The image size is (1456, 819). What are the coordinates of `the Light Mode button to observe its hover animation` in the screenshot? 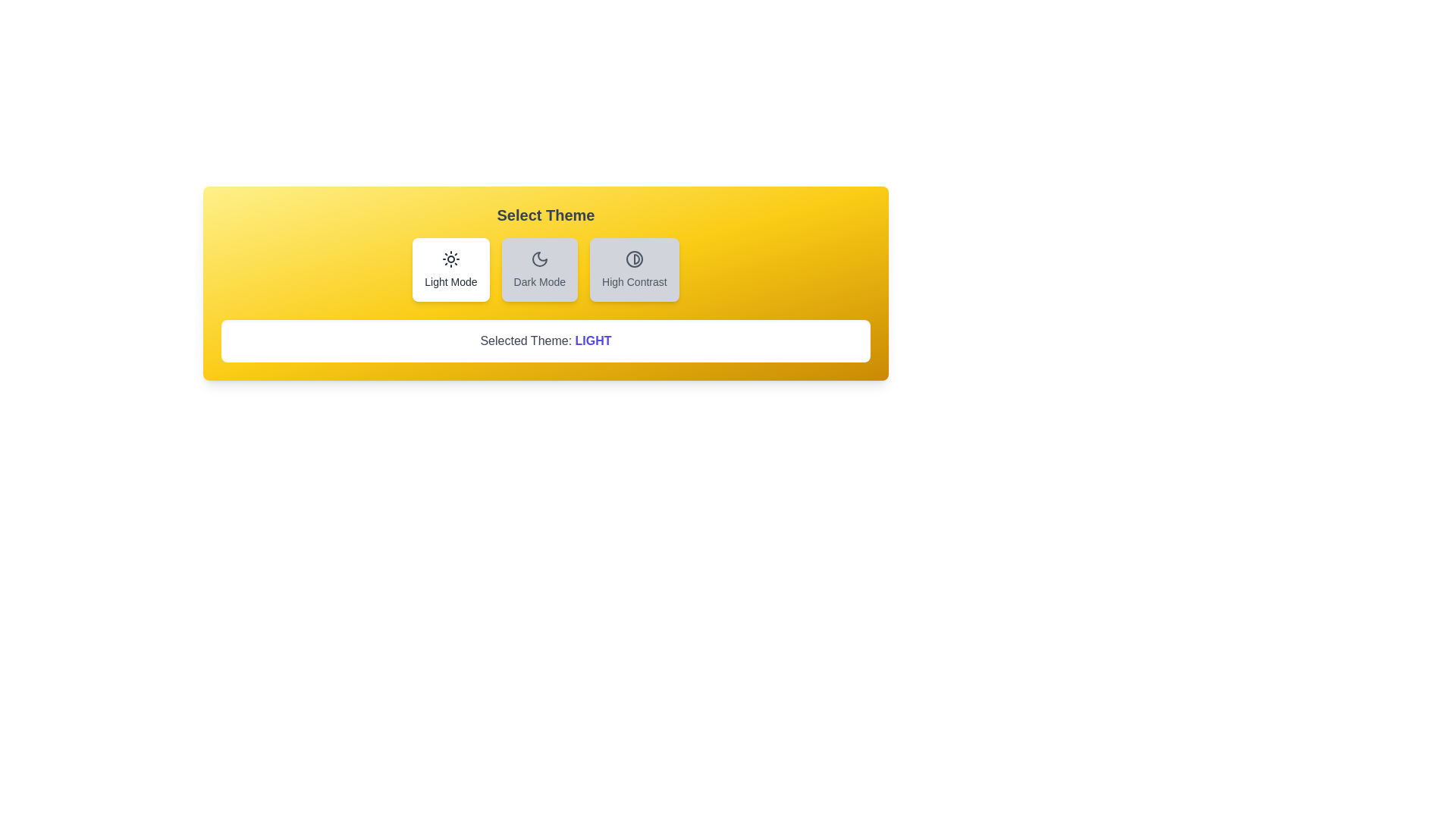 It's located at (450, 268).